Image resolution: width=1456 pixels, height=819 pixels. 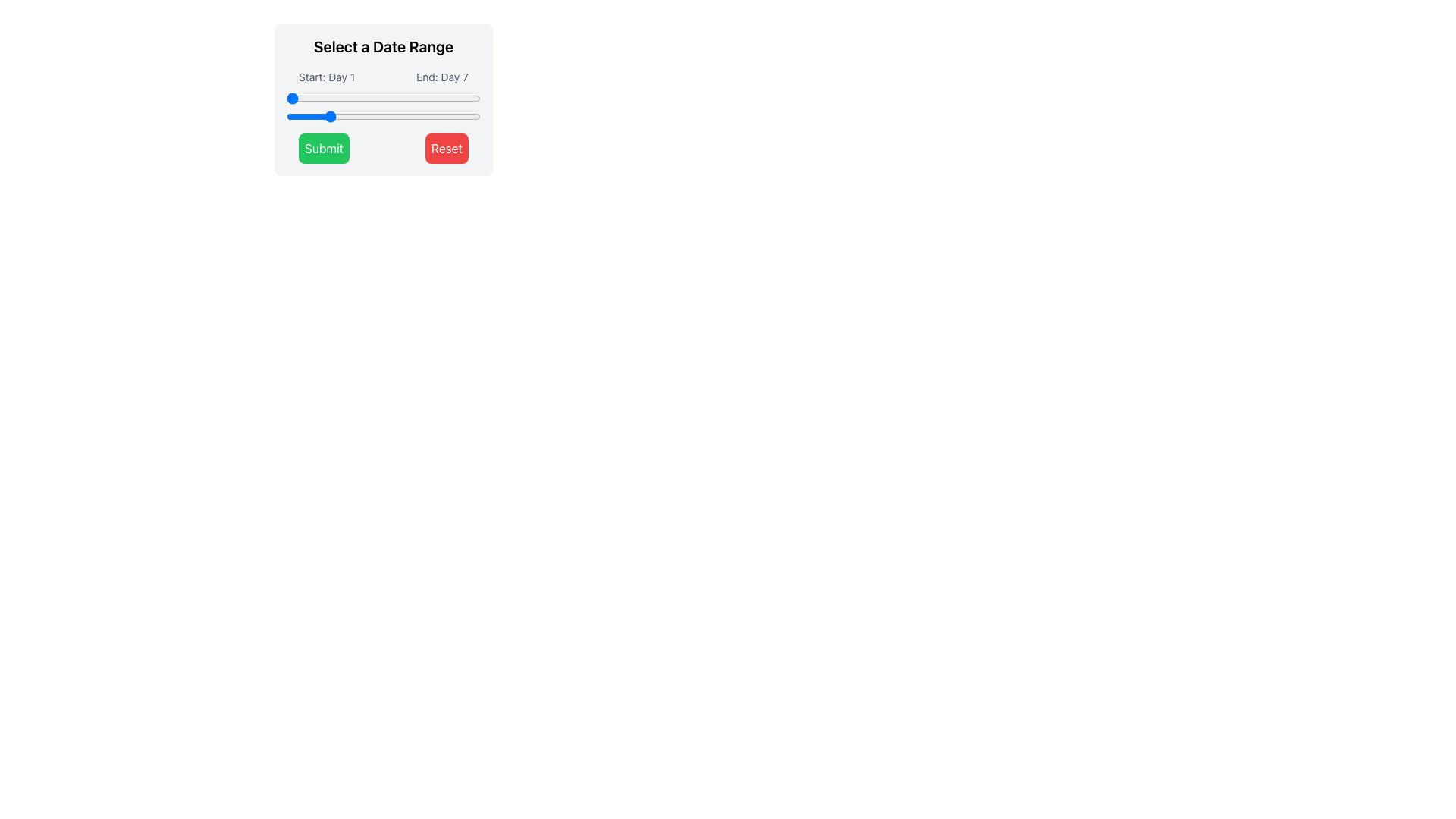 I want to click on the slider, so click(x=426, y=116).